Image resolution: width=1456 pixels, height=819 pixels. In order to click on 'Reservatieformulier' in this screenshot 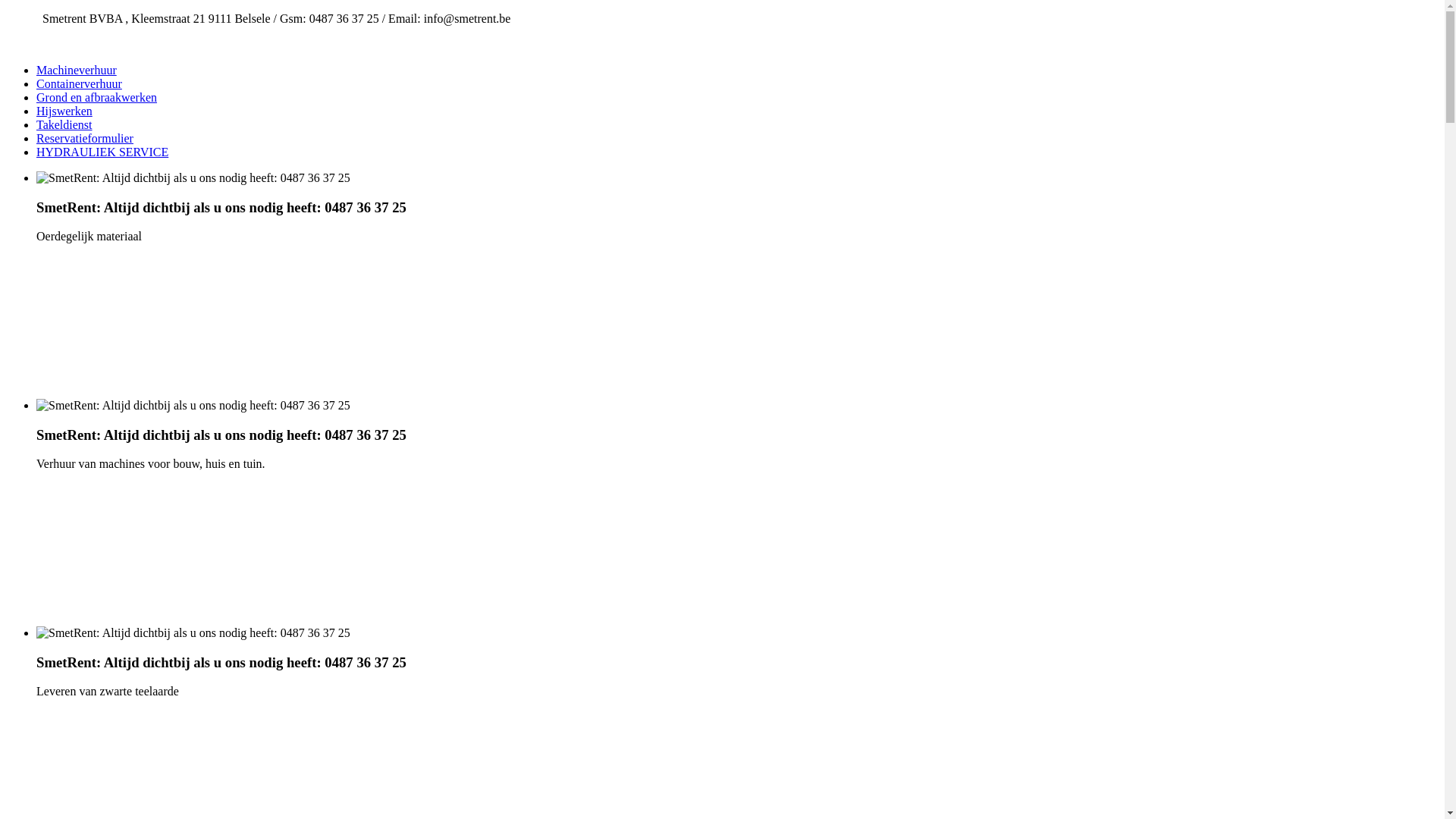, I will do `click(83, 138)`.